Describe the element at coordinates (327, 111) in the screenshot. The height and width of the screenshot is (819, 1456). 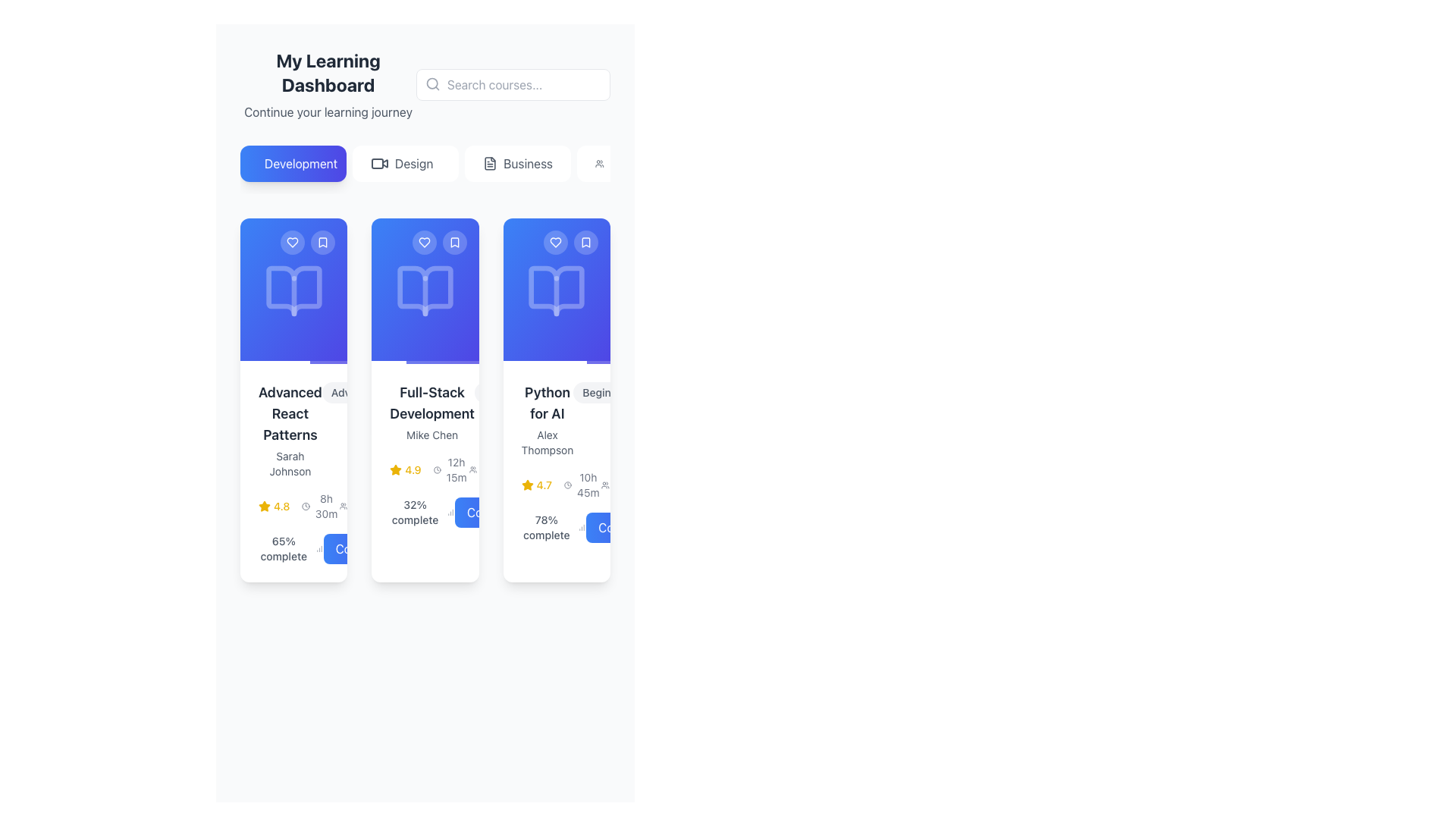
I see `the static text that reads 'Continue your learning journey', which is styled in gray and positioned below the header 'My Learning Dashboard'` at that location.